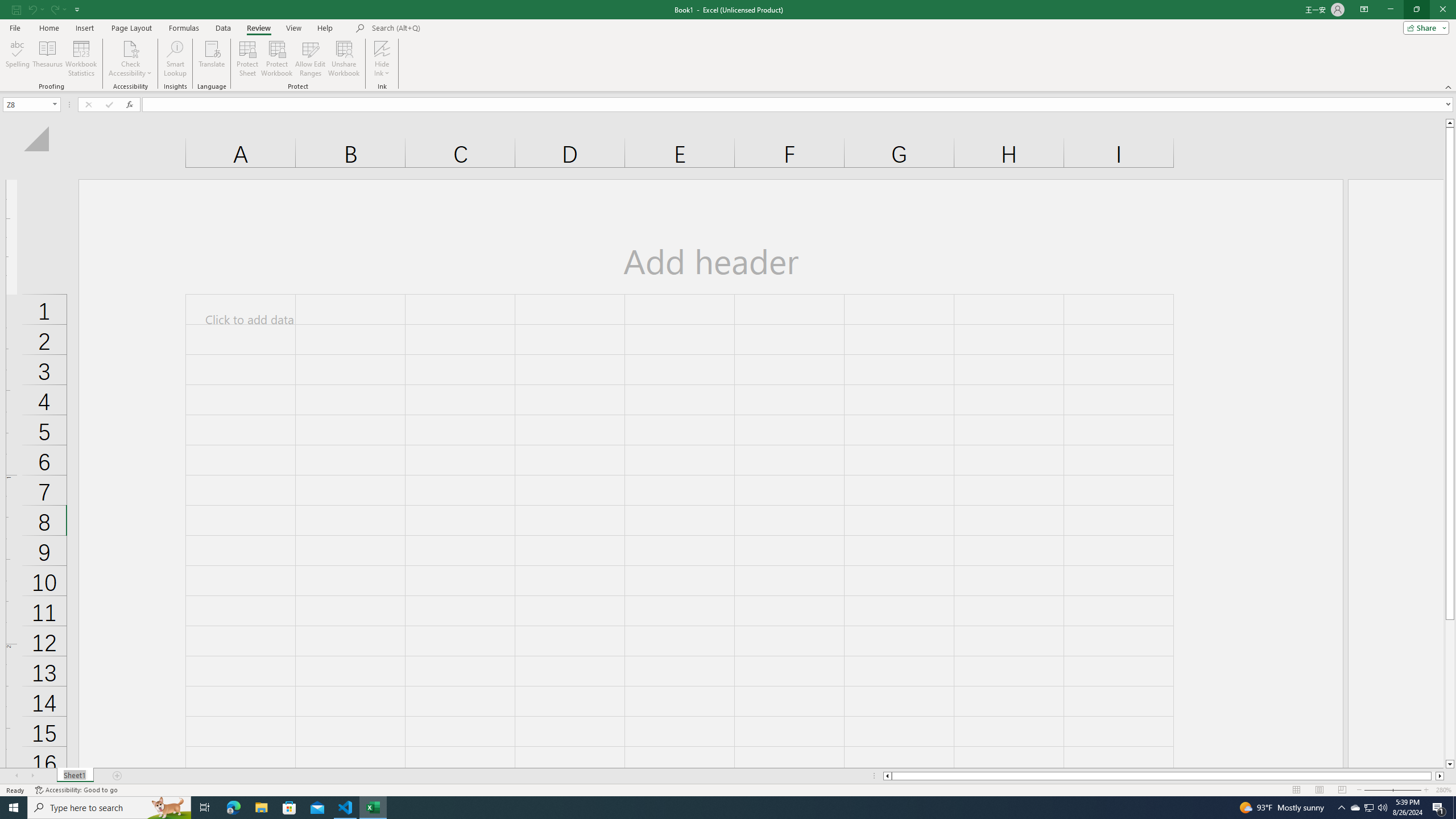 The height and width of the screenshot is (819, 1456). Describe the element at coordinates (311, 59) in the screenshot. I see `'Allow Edit Ranges'` at that location.